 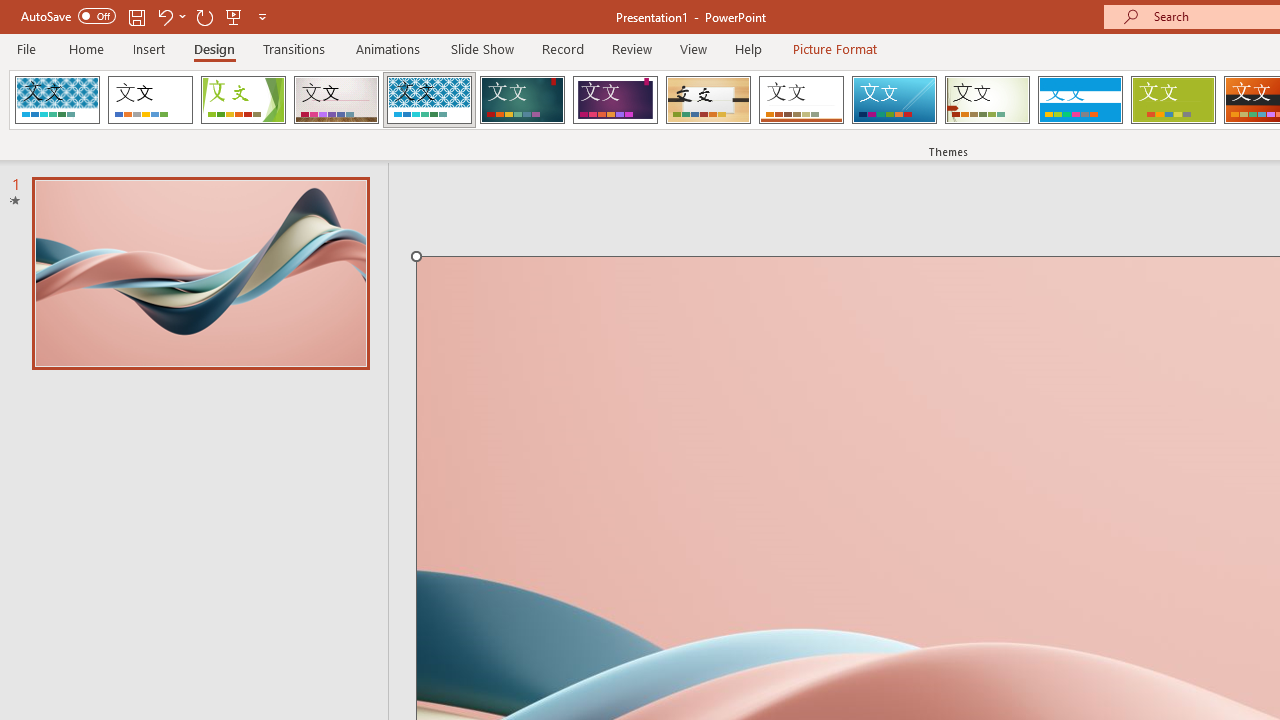 What do you see at coordinates (336, 100) in the screenshot?
I see `'Gallery'` at bounding box center [336, 100].